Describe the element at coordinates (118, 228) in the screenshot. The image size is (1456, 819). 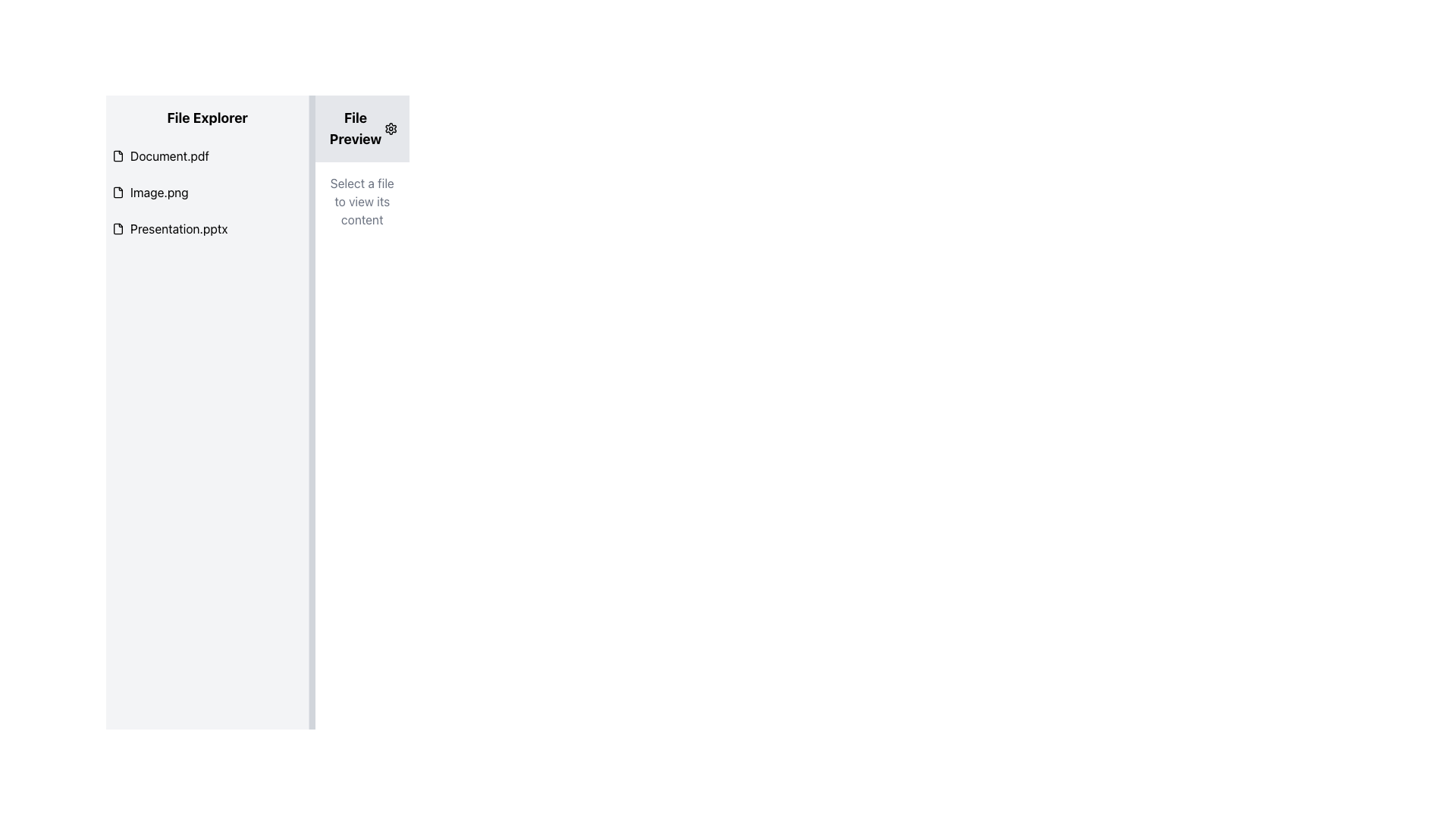
I see `the small document icon located in the 'File Explorer' column next to 'Presentation.pptx'` at that location.